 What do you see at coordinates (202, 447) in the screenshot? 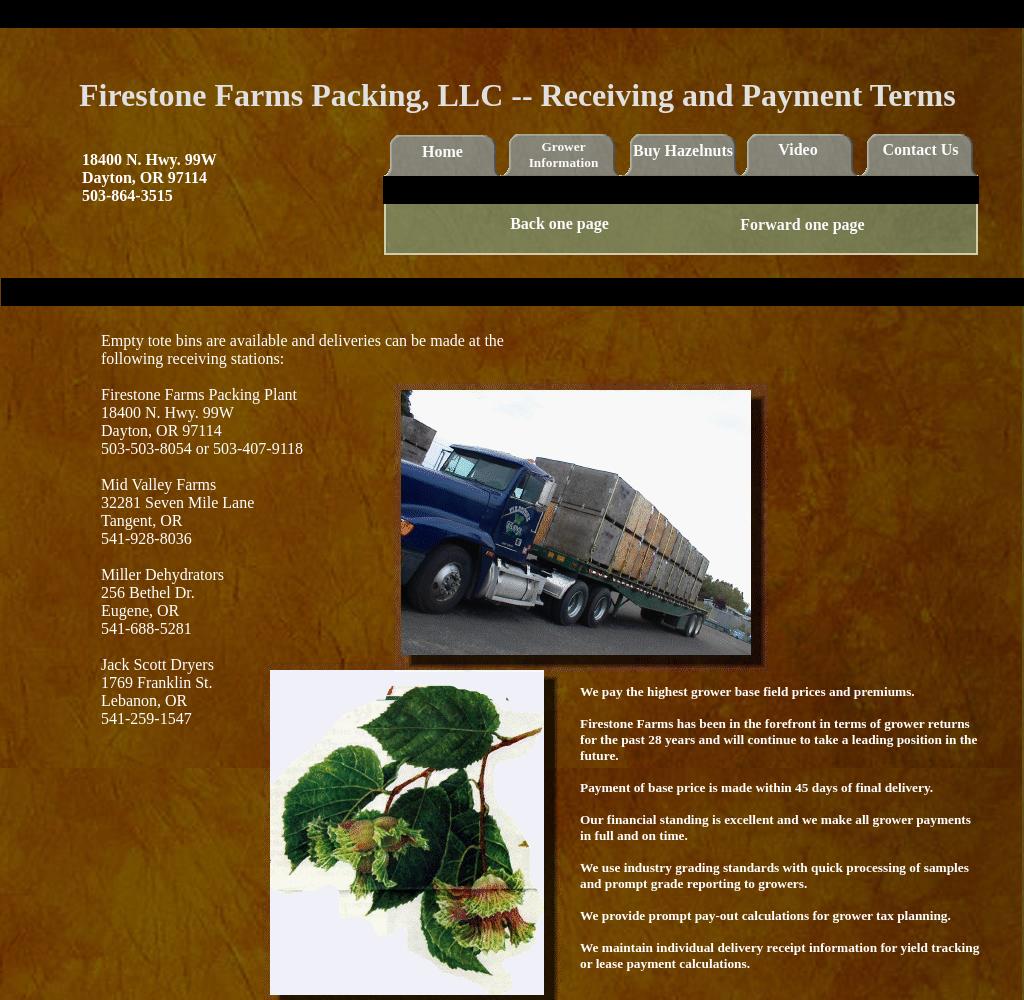
I see `'503-503-8054 or 503-407-9118'` at bounding box center [202, 447].